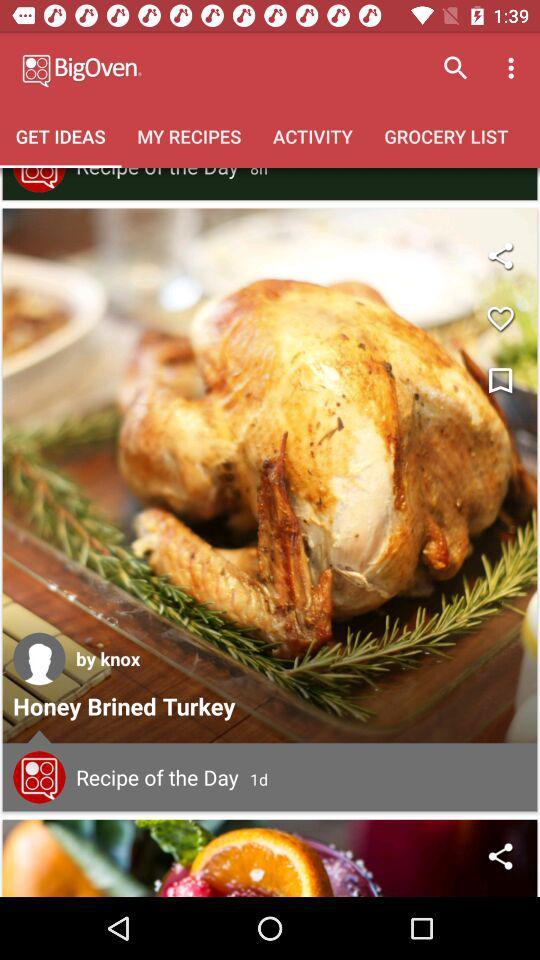 This screenshot has width=540, height=960. What do you see at coordinates (499, 380) in the screenshot?
I see `bookmark the article` at bounding box center [499, 380].